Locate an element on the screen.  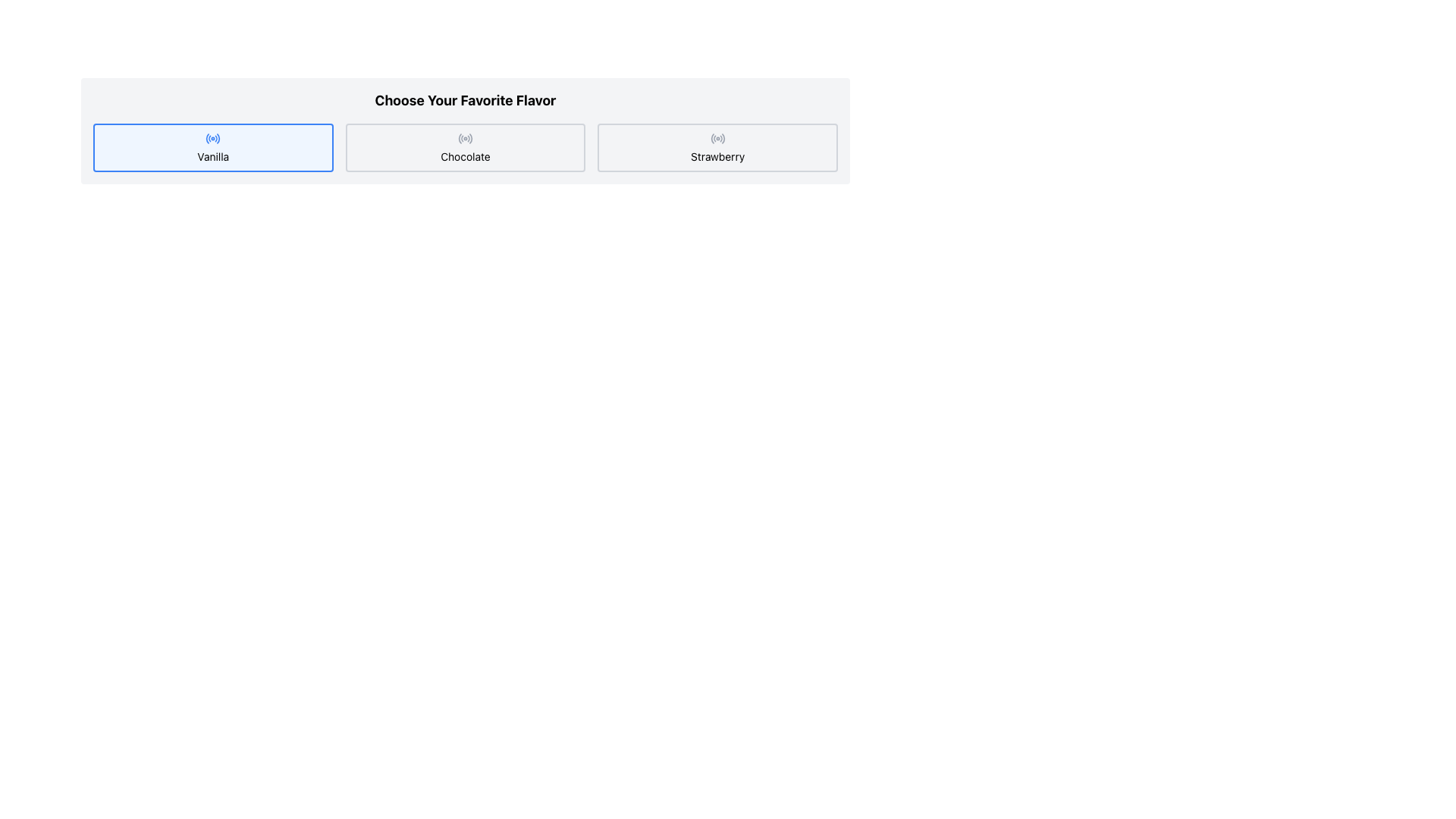
the outermost curved line (arc) with a thin gray stroke located in the top-right quadrant of the concentric arcs within the SVG graphic of the radio button icon for the 'Chocolate' flavor option is located at coordinates (470, 138).